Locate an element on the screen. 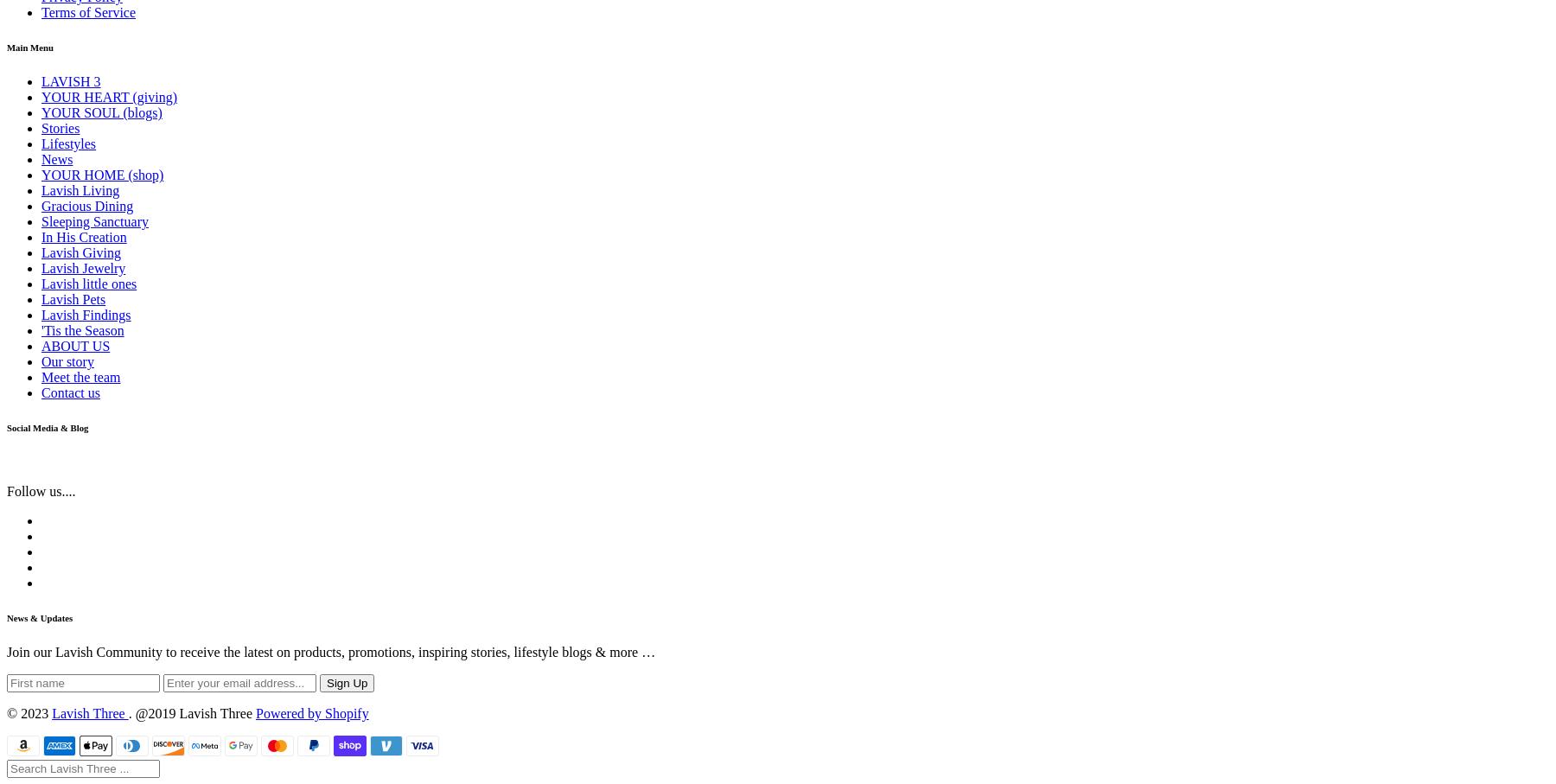 Image resolution: width=1556 pixels, height=784 pixels. 'Lavish little ones' is located at coordinates (87, 284).